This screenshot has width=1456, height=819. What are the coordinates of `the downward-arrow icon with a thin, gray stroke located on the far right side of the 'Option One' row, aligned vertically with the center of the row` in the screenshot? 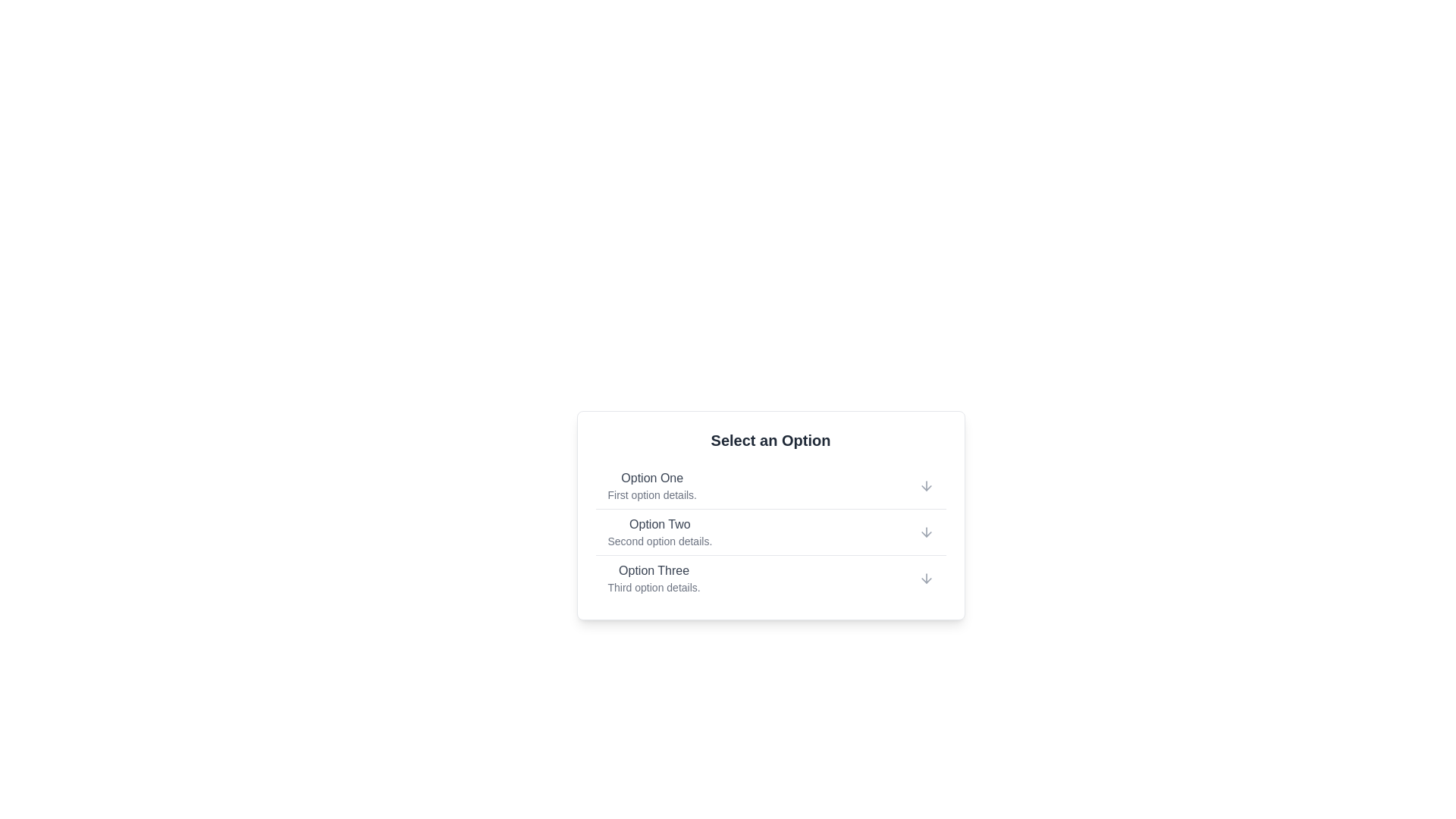 It's located at (925, 485).